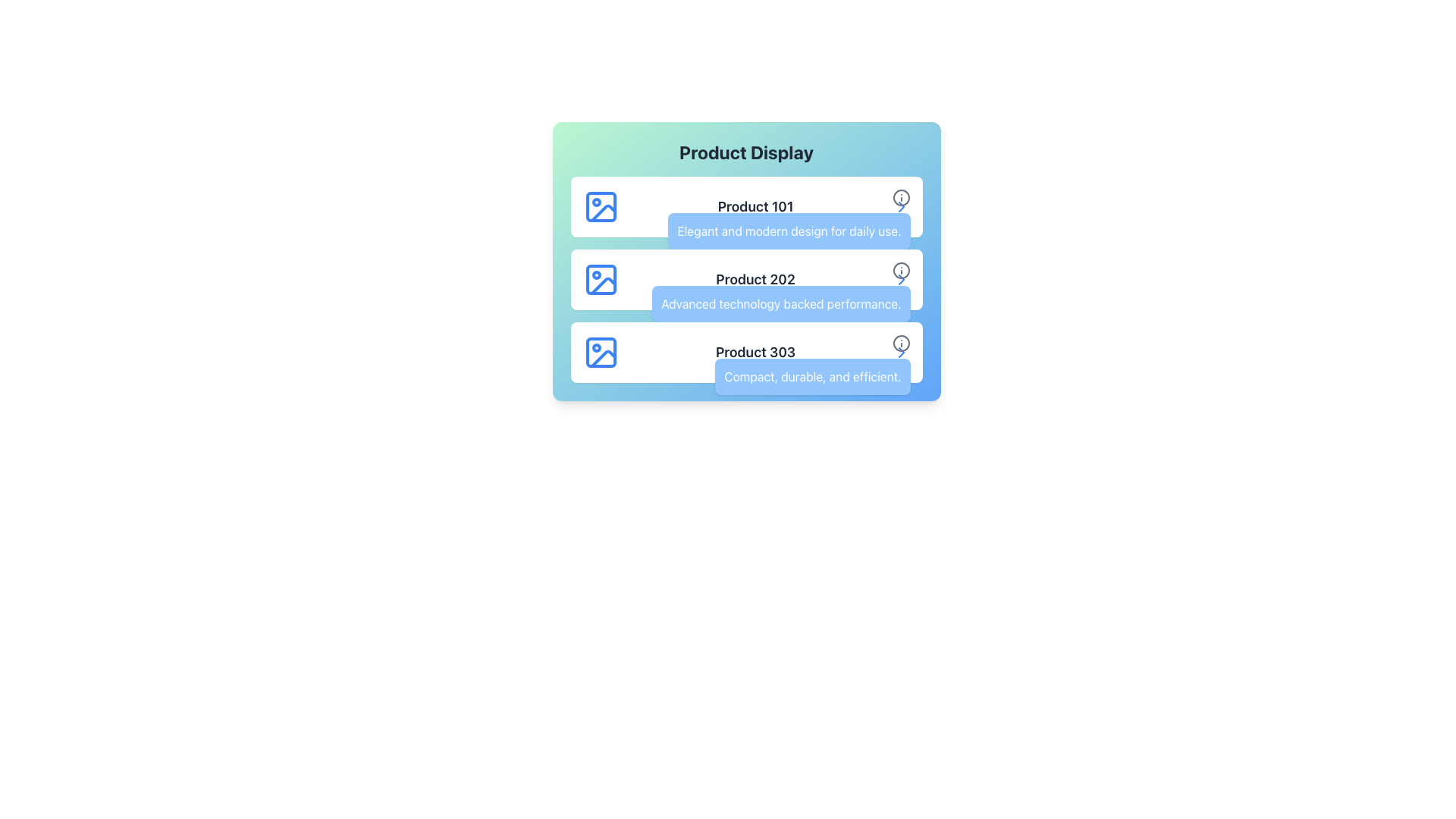 Image resolution: width=1456 pixels, height=819 pixels. I want to click on the right-facing chevron arrow icon that is part of the third product's information icon in the 'Product Display' list, so click(901, 353).